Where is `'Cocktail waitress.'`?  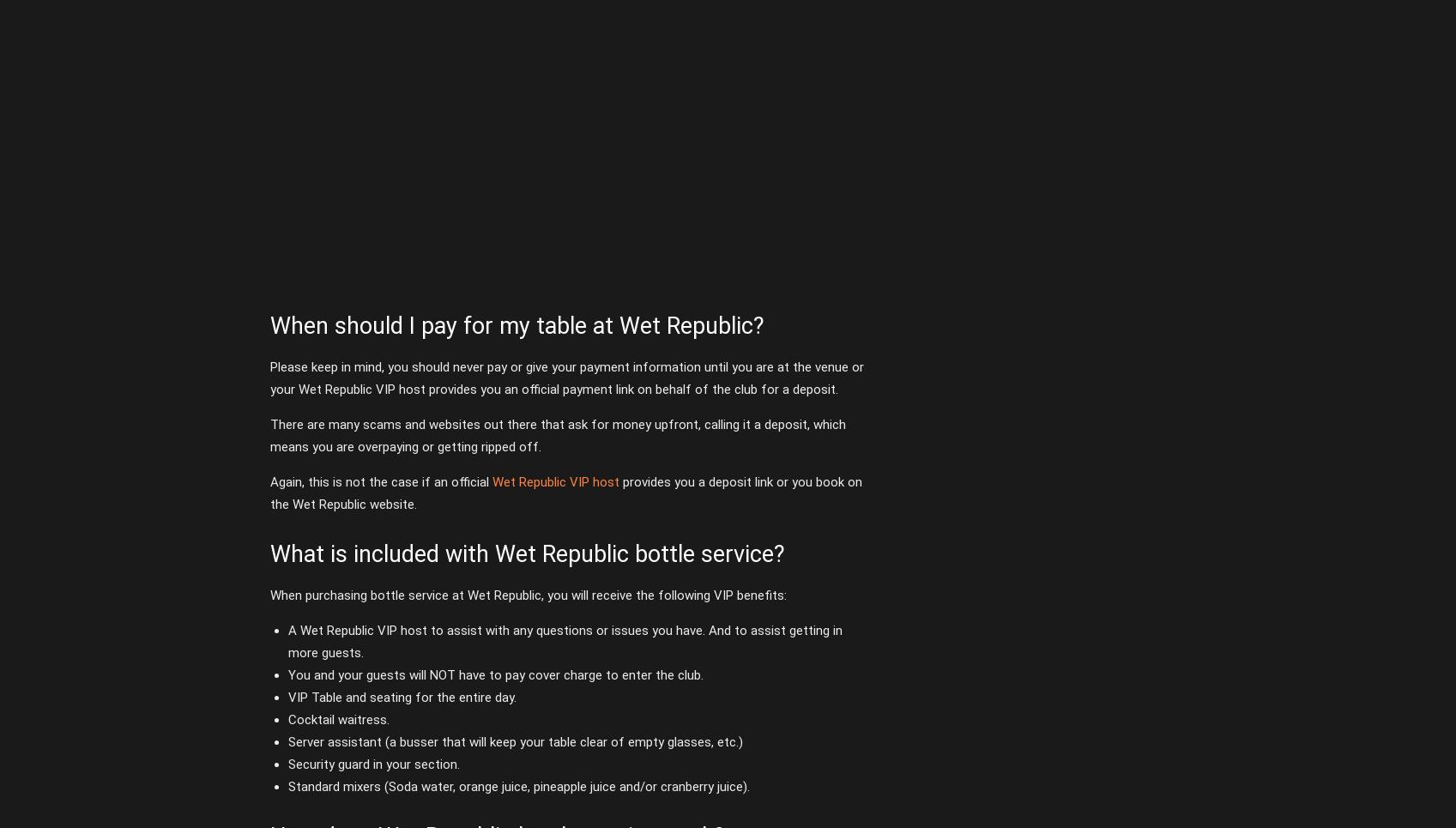
'Cocktail waitress.' is located at coordinates (337, 718).